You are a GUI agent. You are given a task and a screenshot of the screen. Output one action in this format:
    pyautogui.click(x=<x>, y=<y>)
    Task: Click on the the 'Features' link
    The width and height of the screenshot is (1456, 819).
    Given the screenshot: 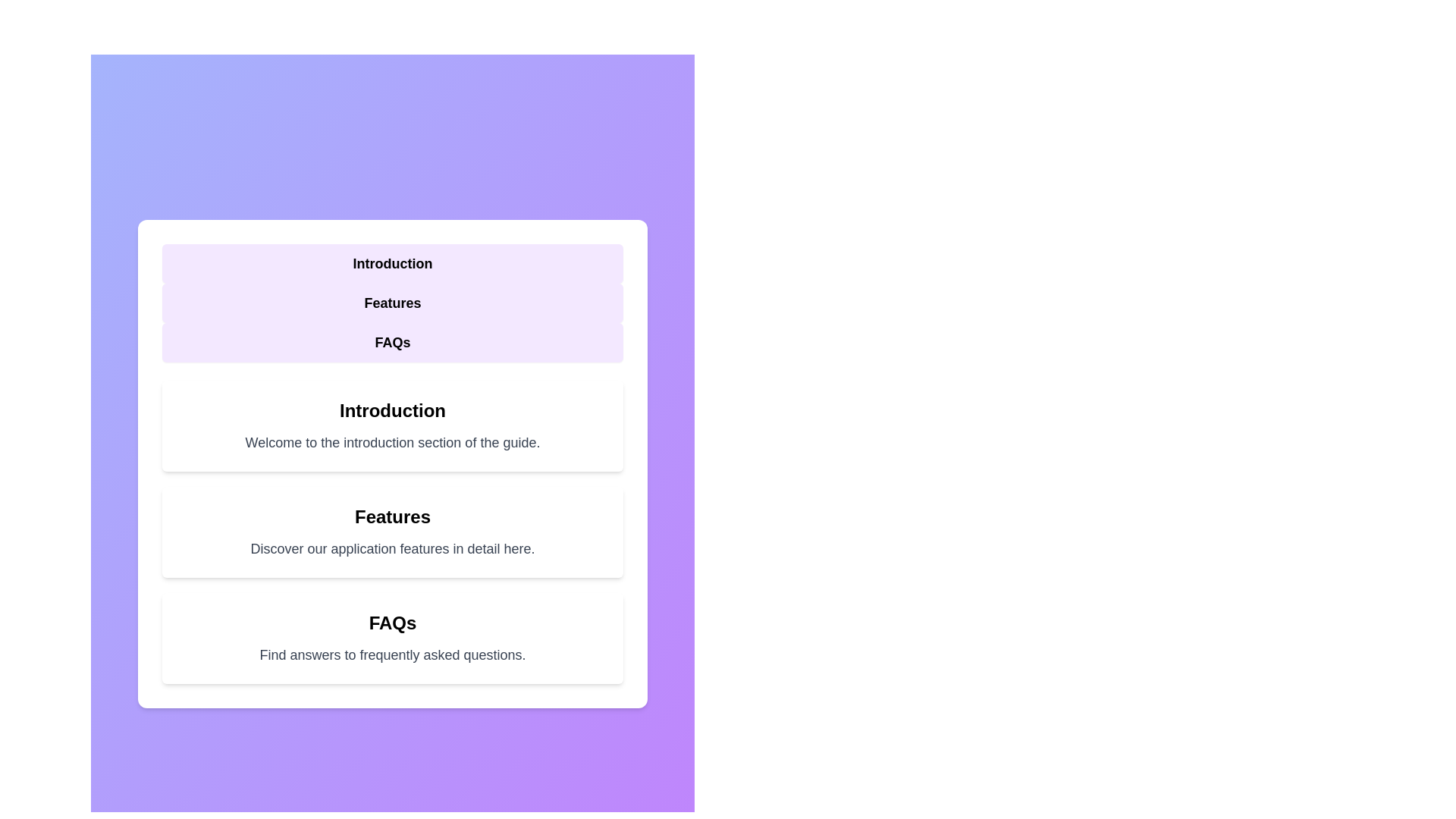 What is the action you would take?
    pyautogui.click(x=393, y=303)
    